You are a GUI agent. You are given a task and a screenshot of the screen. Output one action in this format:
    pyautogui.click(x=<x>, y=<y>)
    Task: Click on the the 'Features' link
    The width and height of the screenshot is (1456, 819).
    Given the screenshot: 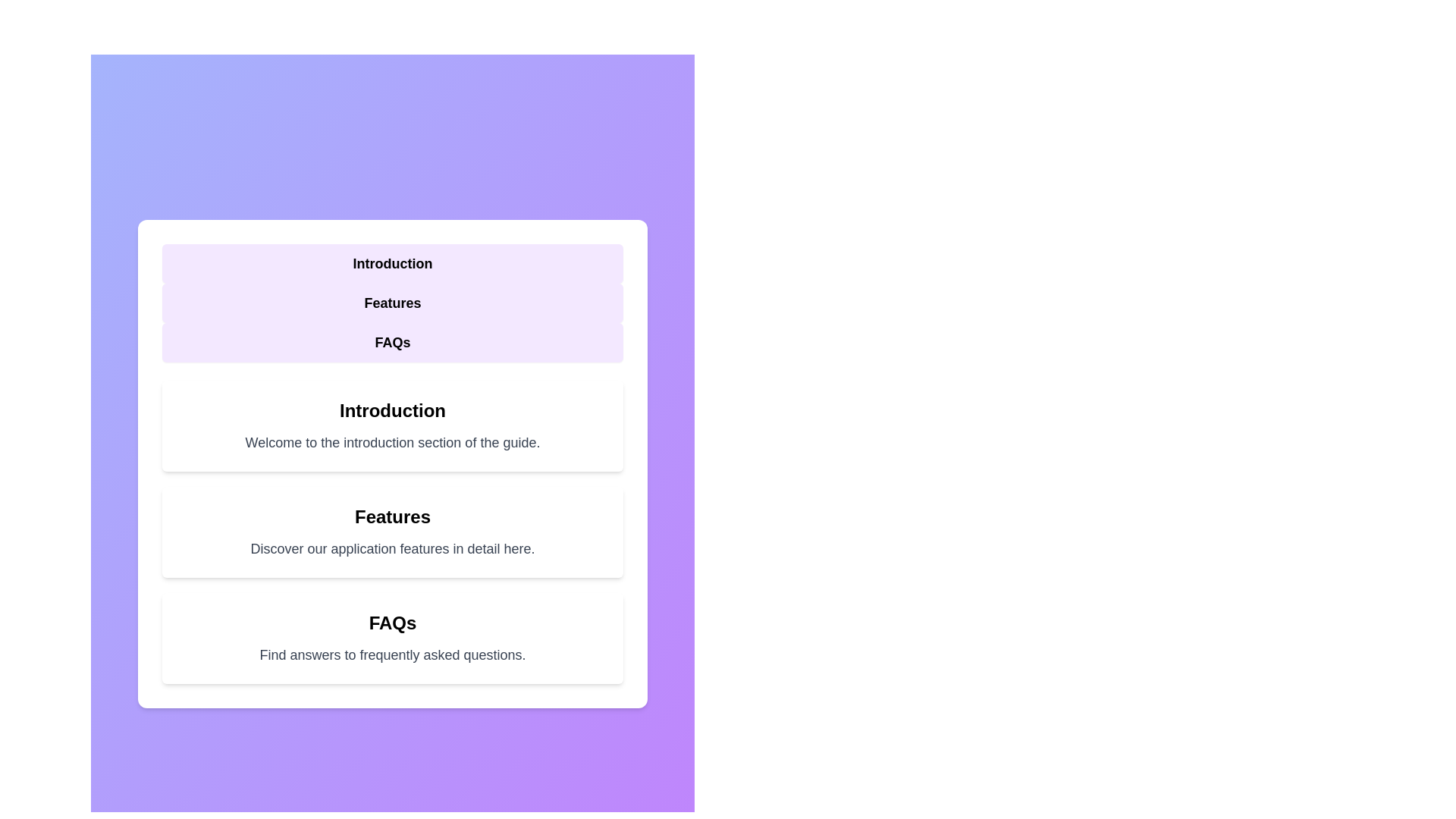 What is the action you would take?
    pyautogui.click(x=393, y=303)
    